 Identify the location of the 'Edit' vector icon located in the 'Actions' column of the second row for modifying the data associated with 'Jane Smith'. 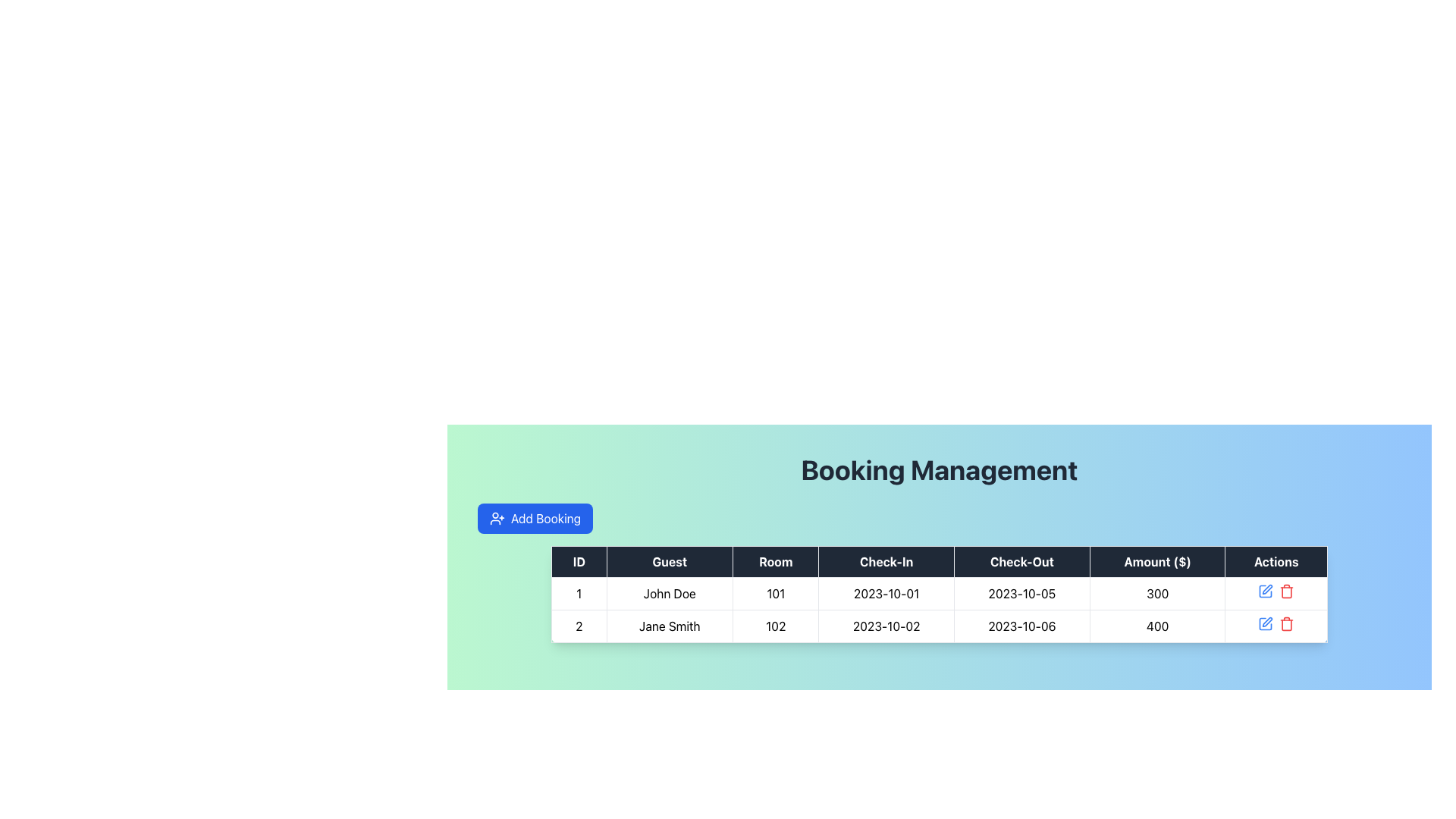
(1266, 623).